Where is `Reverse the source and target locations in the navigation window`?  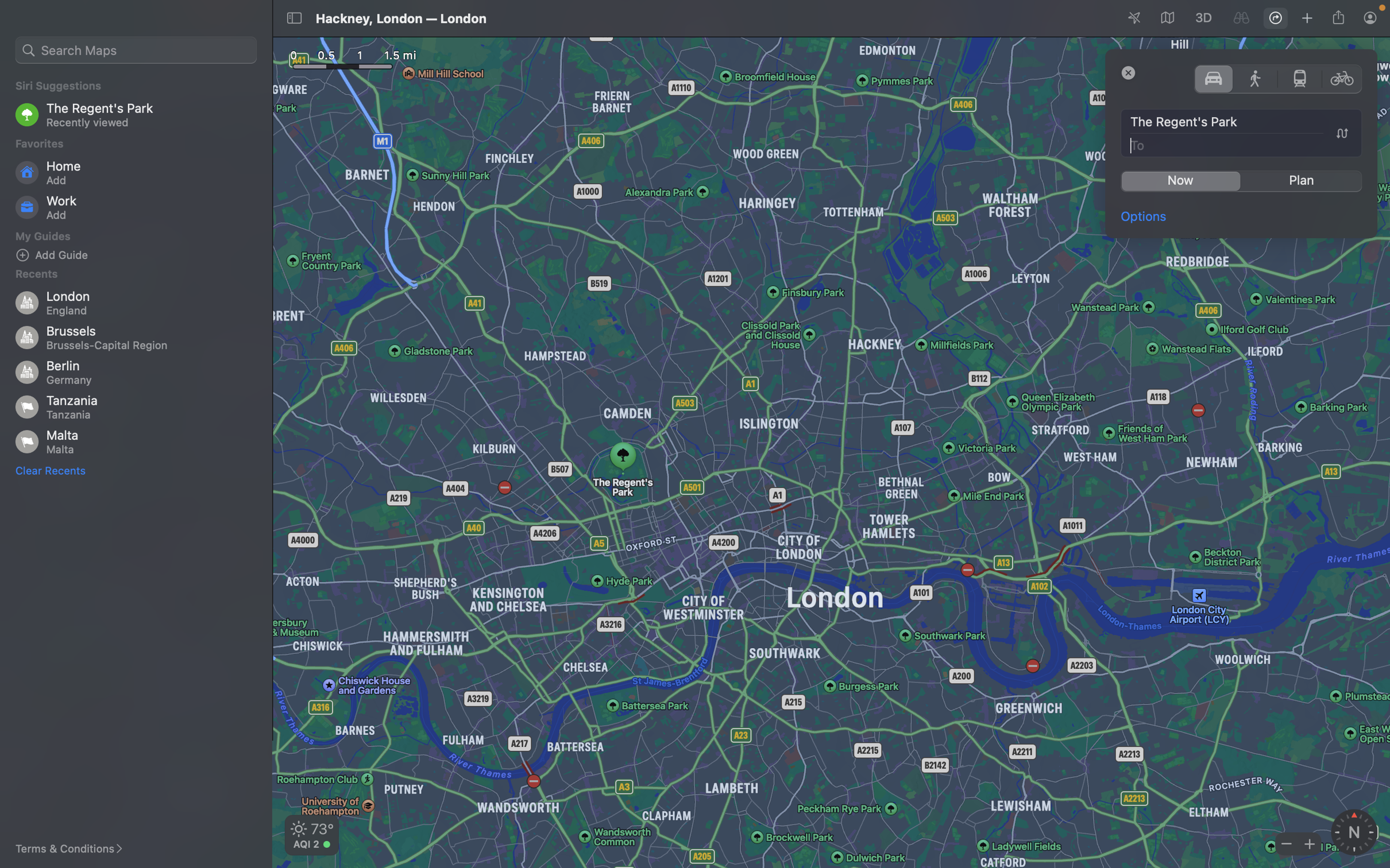 Reverse the source and target locations in the navigation window is located at coordinates (1341, 133).